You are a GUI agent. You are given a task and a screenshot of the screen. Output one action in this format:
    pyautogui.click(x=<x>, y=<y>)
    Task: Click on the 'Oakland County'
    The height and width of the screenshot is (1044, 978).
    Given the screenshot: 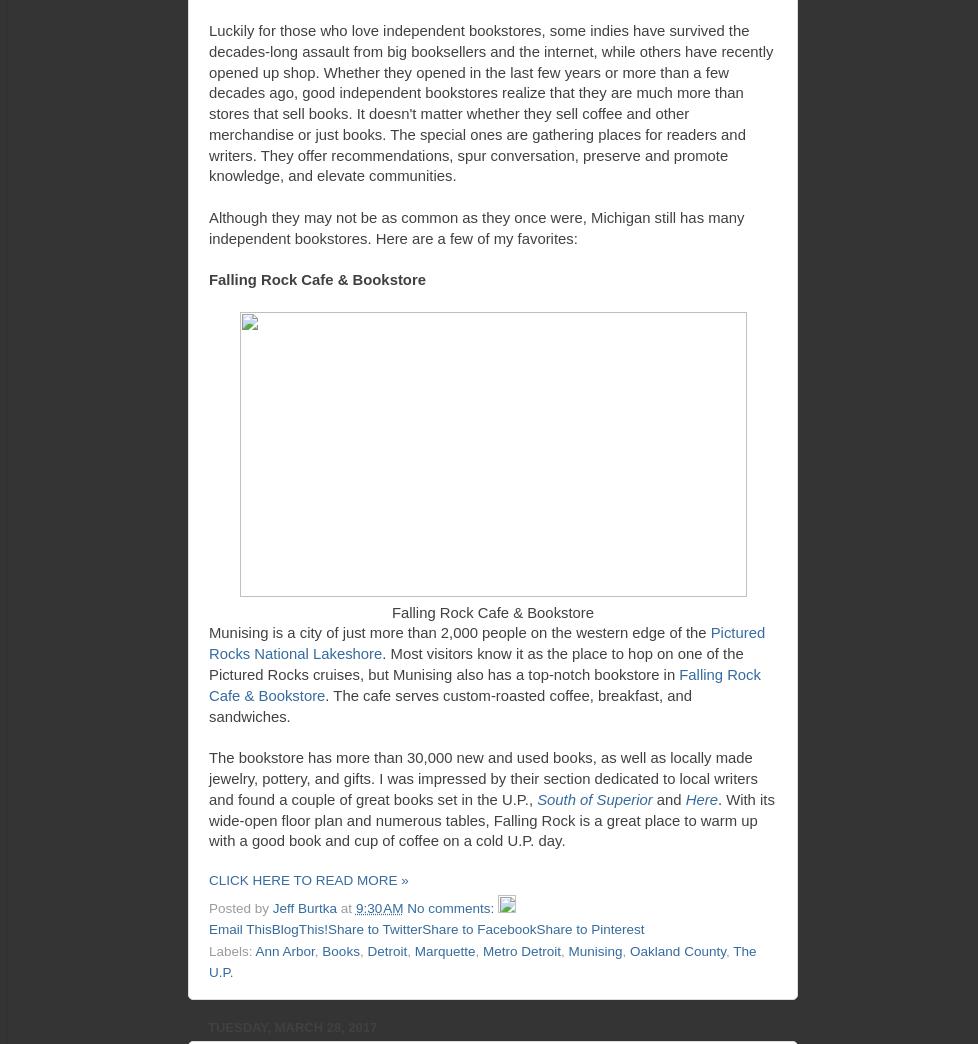 What is the action you would take?
    pyautogui.click(x=677, y=949)
    